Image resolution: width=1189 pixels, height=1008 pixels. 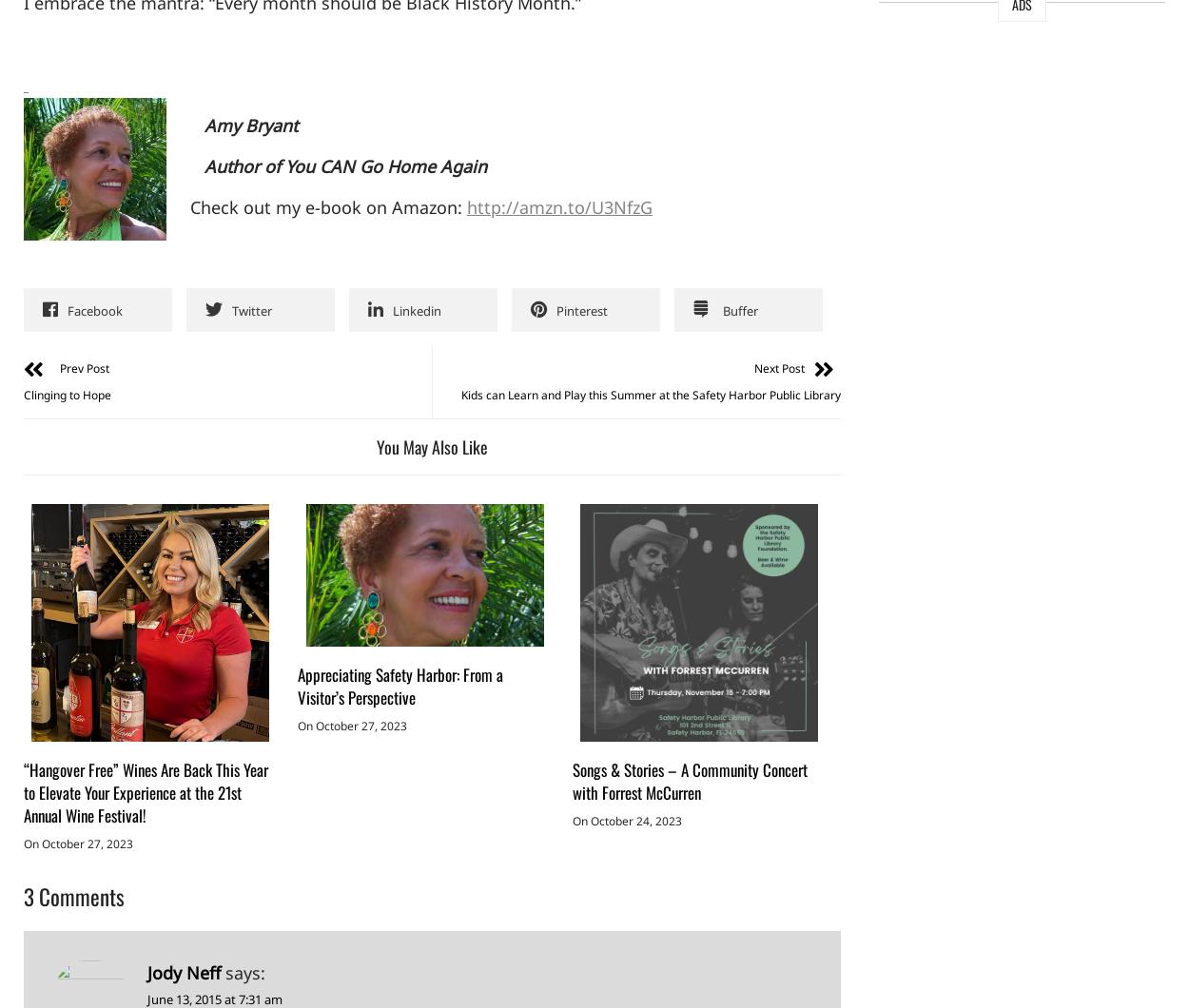 What do you see at coordinates (581, 311) in the screenshot?
I see `'Pinterest'` at bounding box center [581, 311].